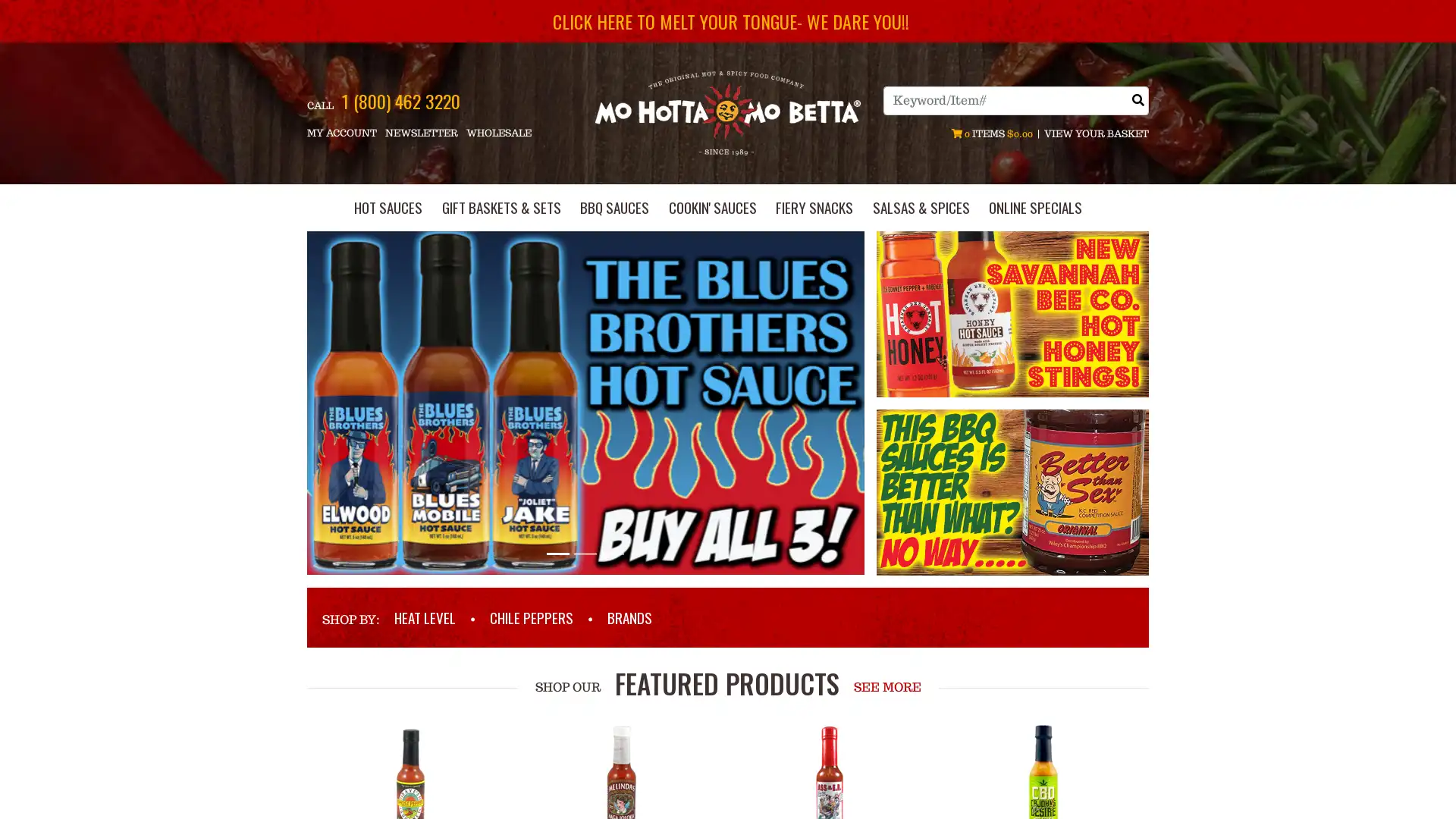 The width and height of the screenshot is (1456, 819). Describe the element at coordinates (1138, 99) in the screenshot. I see `Search` at that location.